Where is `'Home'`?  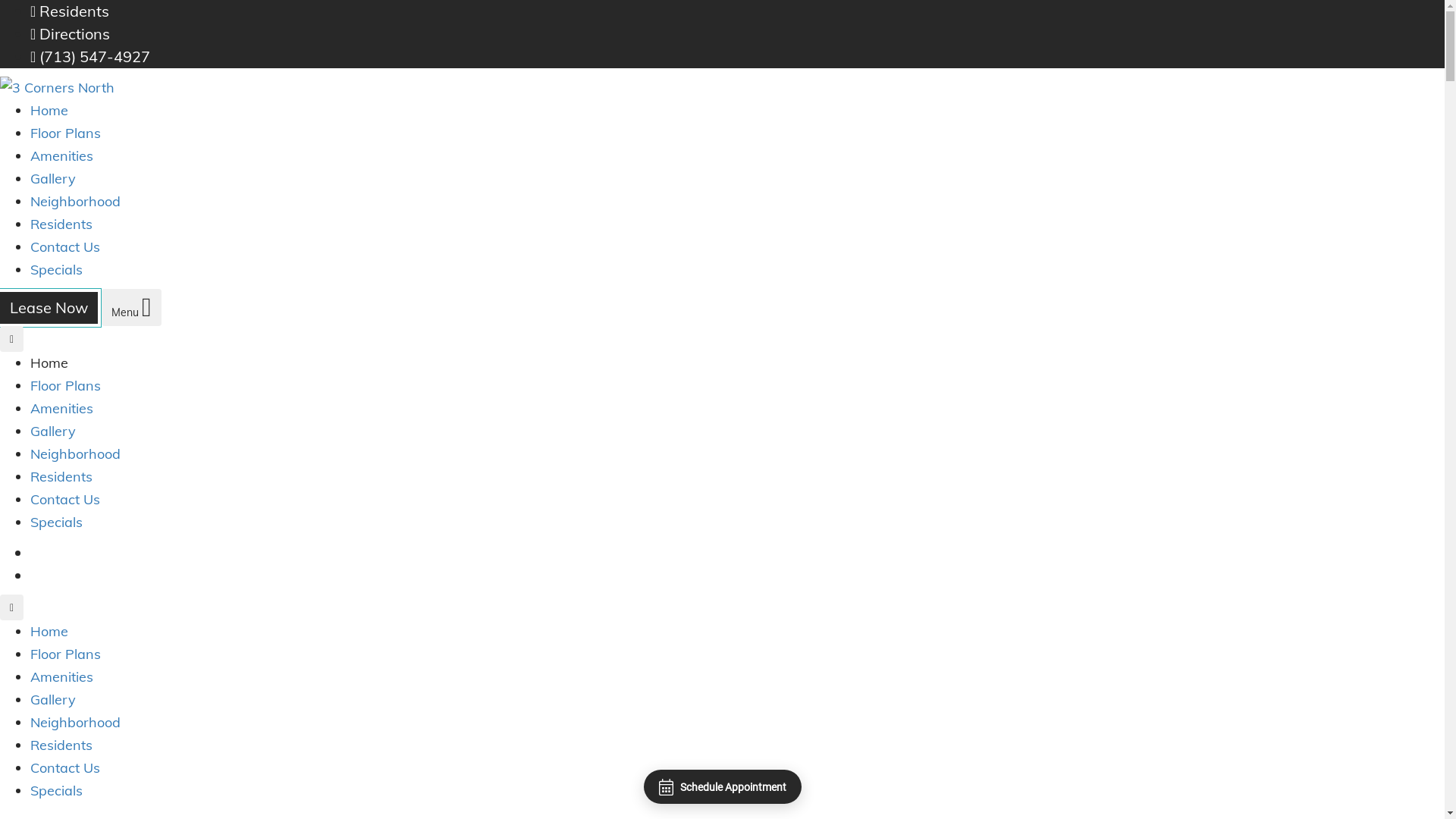
'Home' is located at coordinates (30, 631).